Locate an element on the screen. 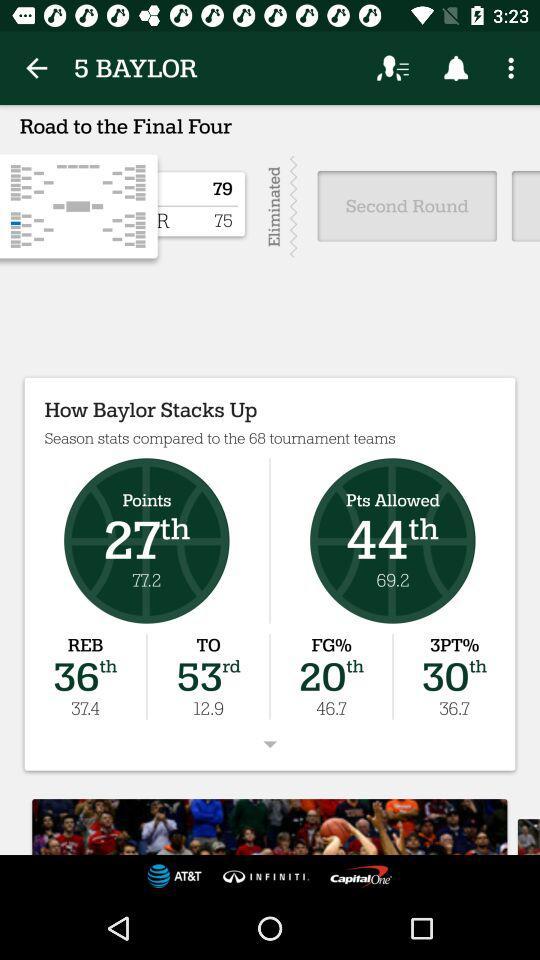  the font icon is located at coordinates (515, 837).